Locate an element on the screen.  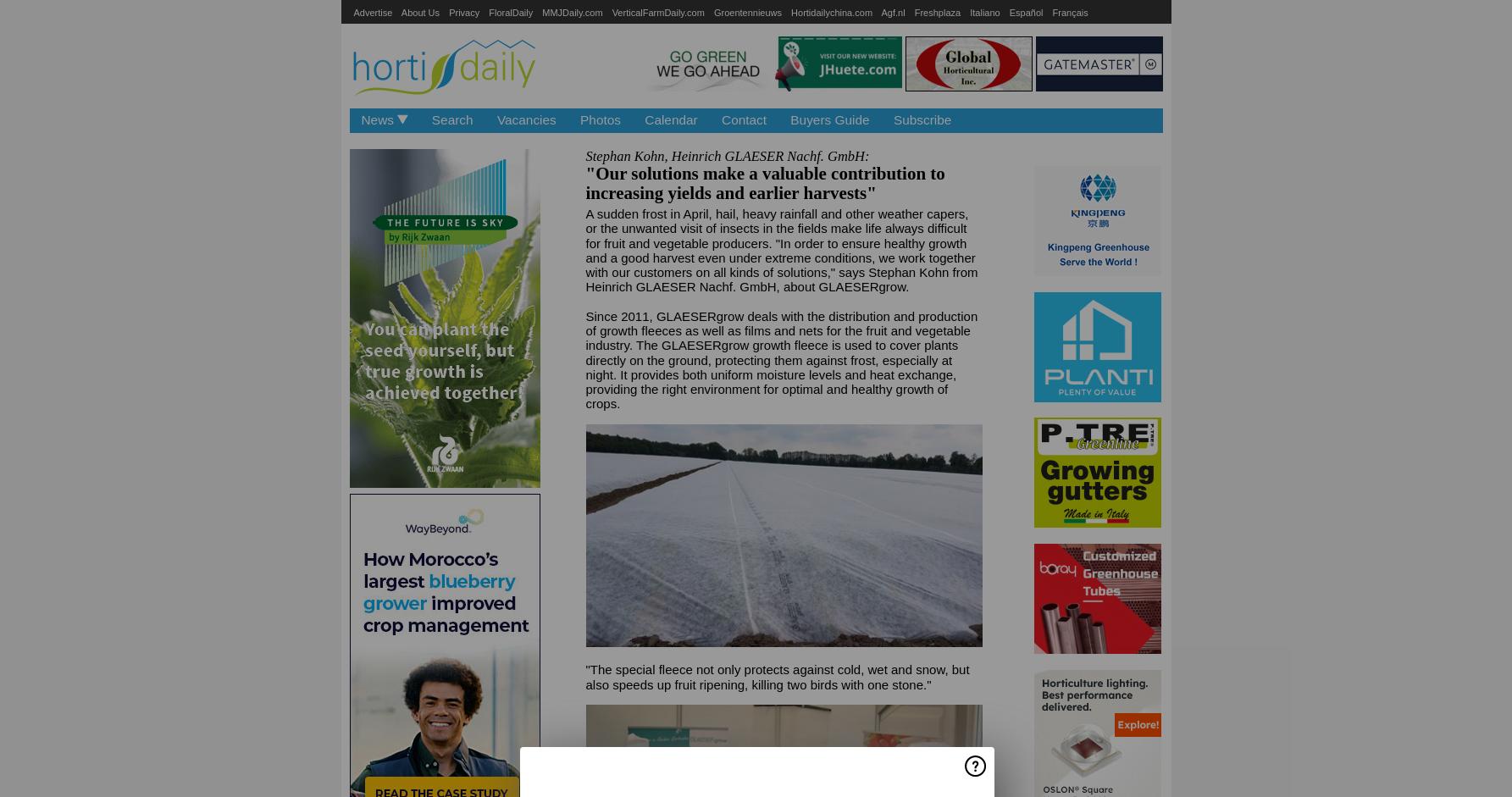
'Calendar' is located at coordinates (671, 119).